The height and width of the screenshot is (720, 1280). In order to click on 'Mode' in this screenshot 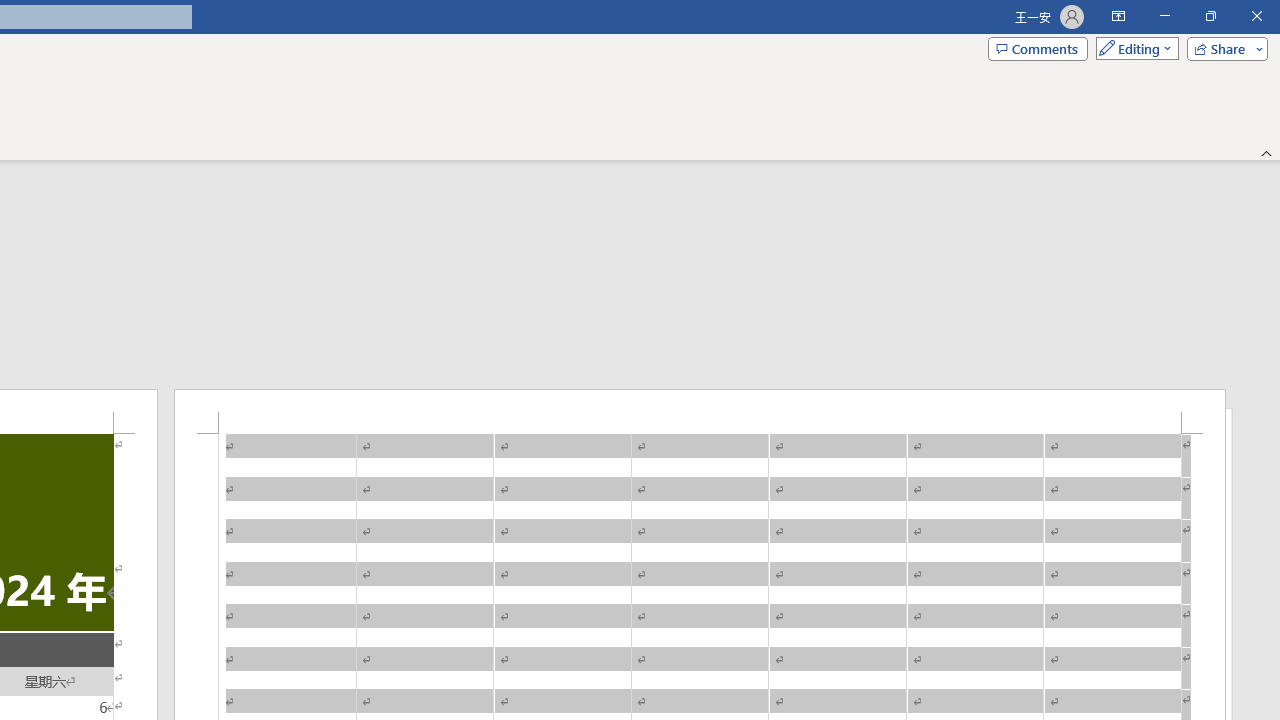, I will do `click(1133, 47)`.